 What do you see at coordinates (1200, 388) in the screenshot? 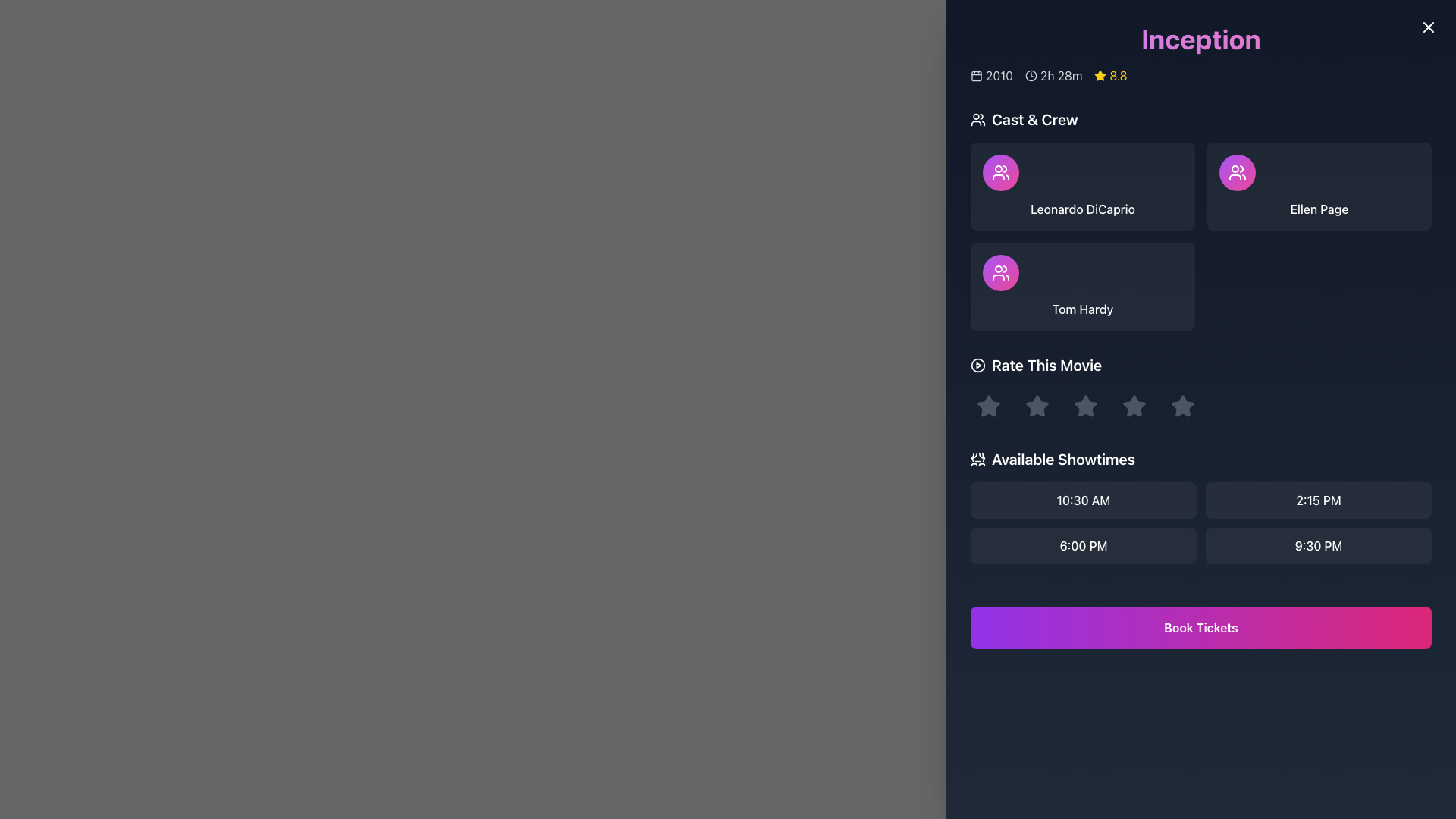
I see `the Rating Widget for movie ratings, which is located in the middle-right area of the interface, following 'Cast & Crew' and above 'Available Showtimes'` at bounding box center [1200, 388].